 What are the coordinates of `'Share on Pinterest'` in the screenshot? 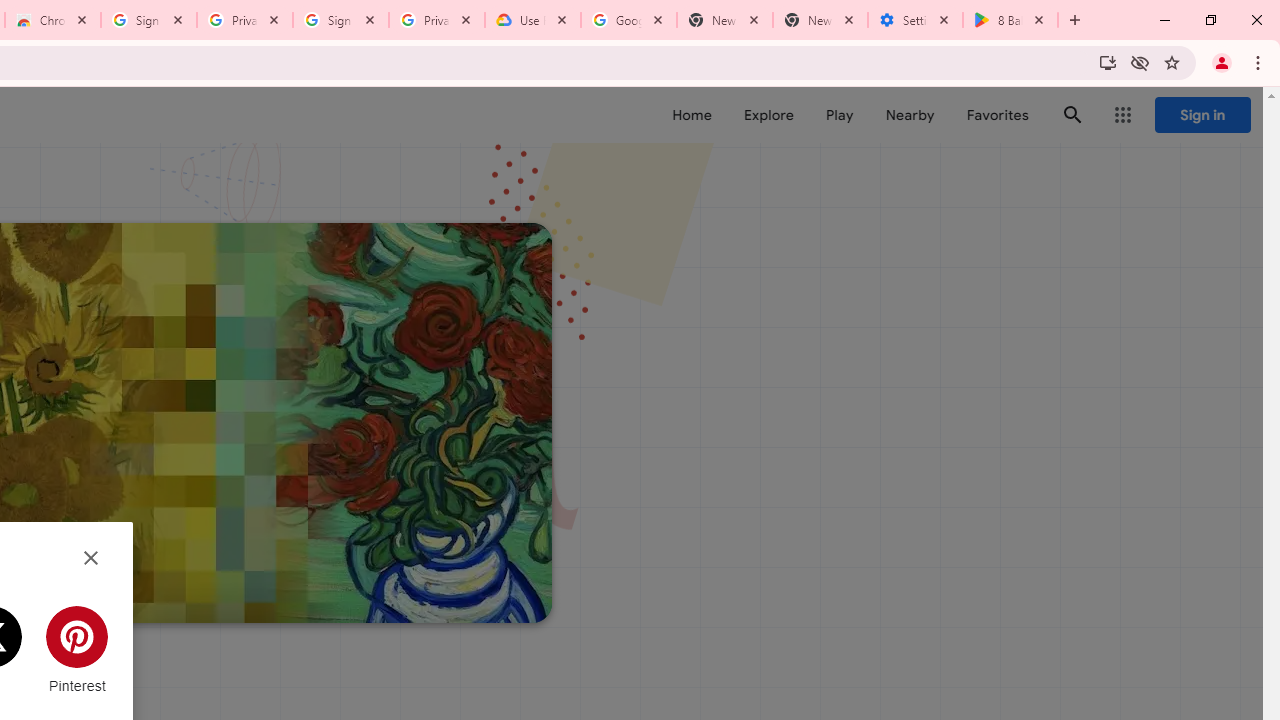 It's located at (77, 650).